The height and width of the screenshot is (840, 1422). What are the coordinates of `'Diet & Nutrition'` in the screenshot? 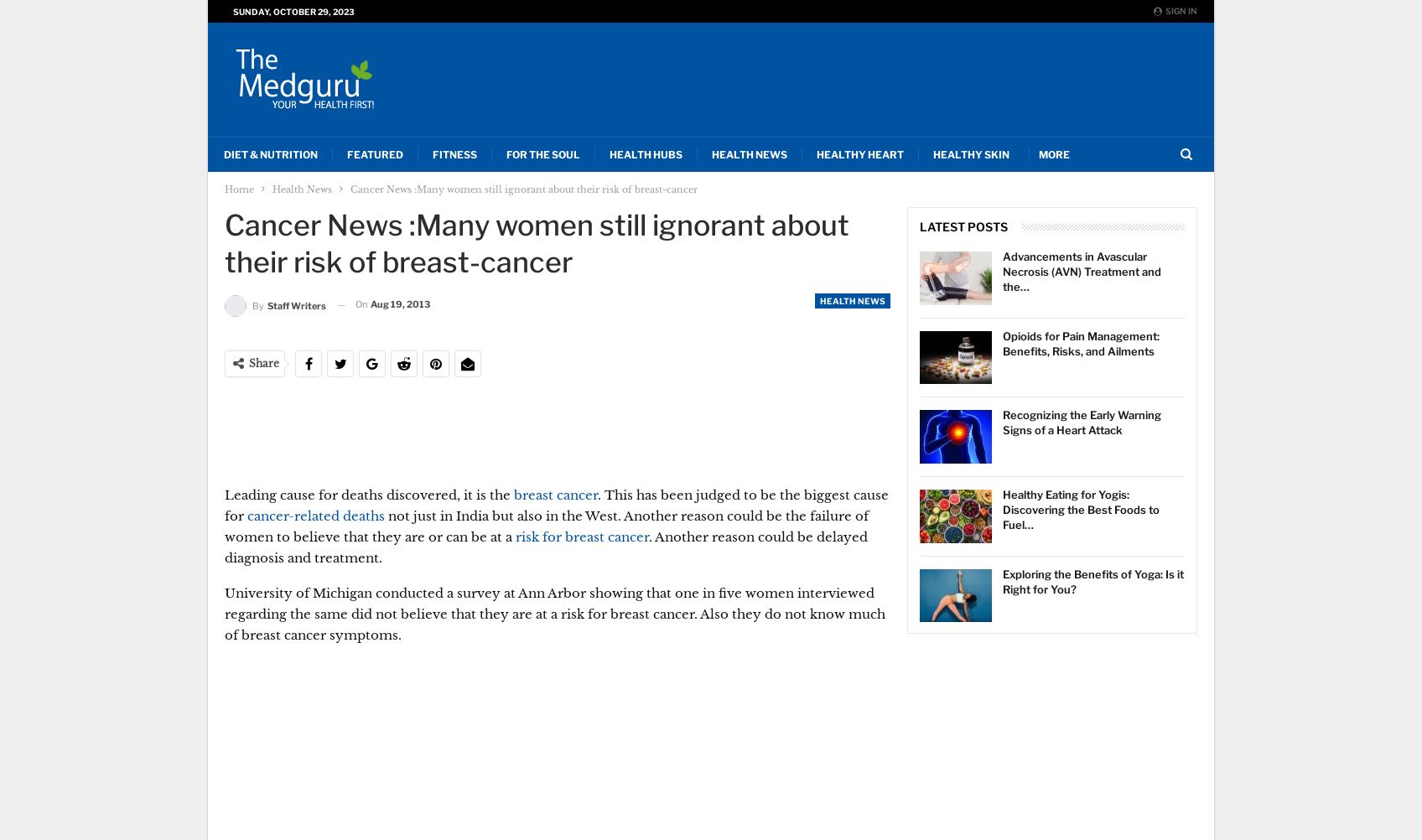 It's located at (222, 154).